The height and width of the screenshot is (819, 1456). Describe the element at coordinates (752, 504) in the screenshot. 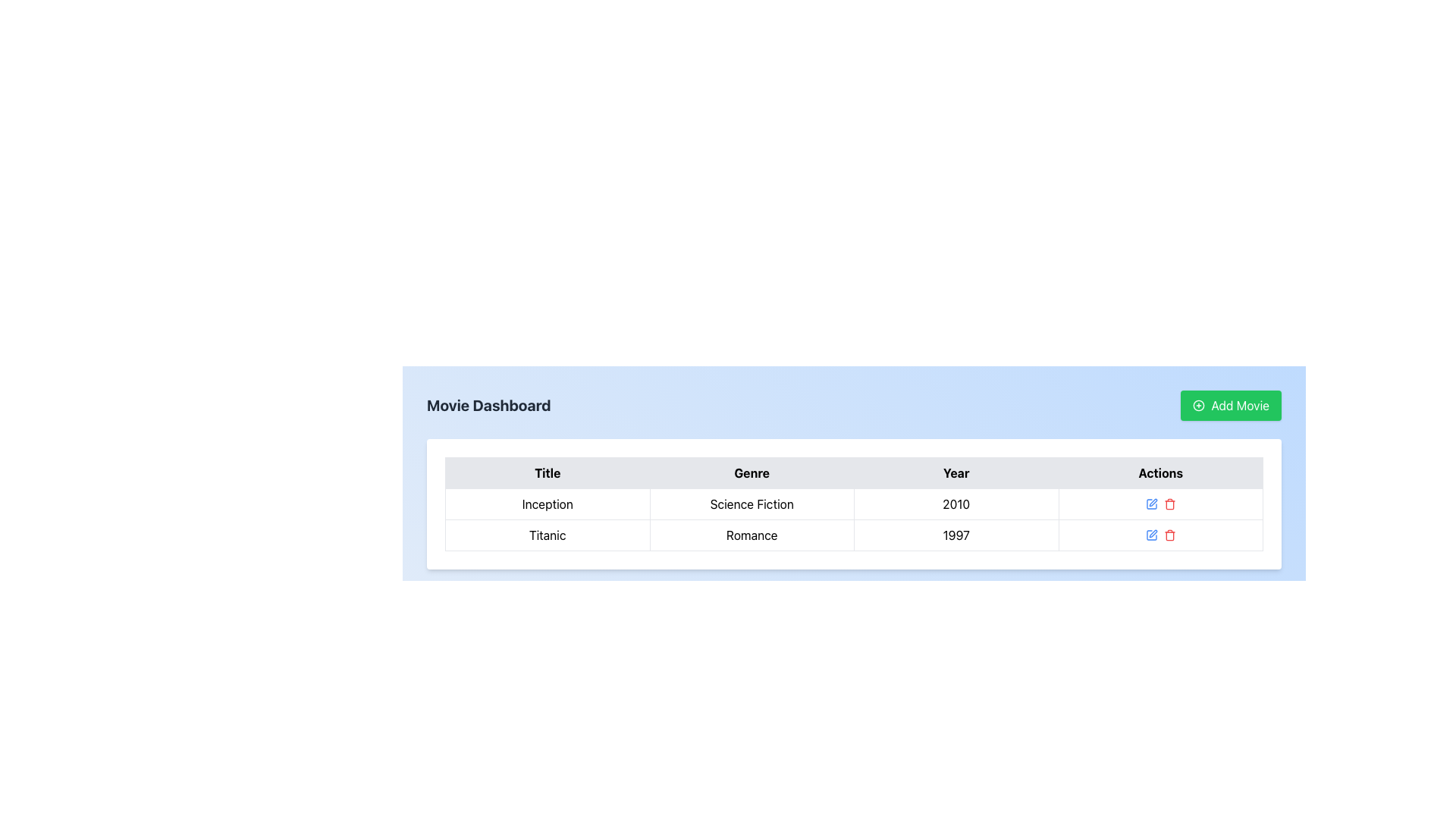

I see `the text display element that shows the genre of the movie 'Inception' in the second column of its row` at that location.